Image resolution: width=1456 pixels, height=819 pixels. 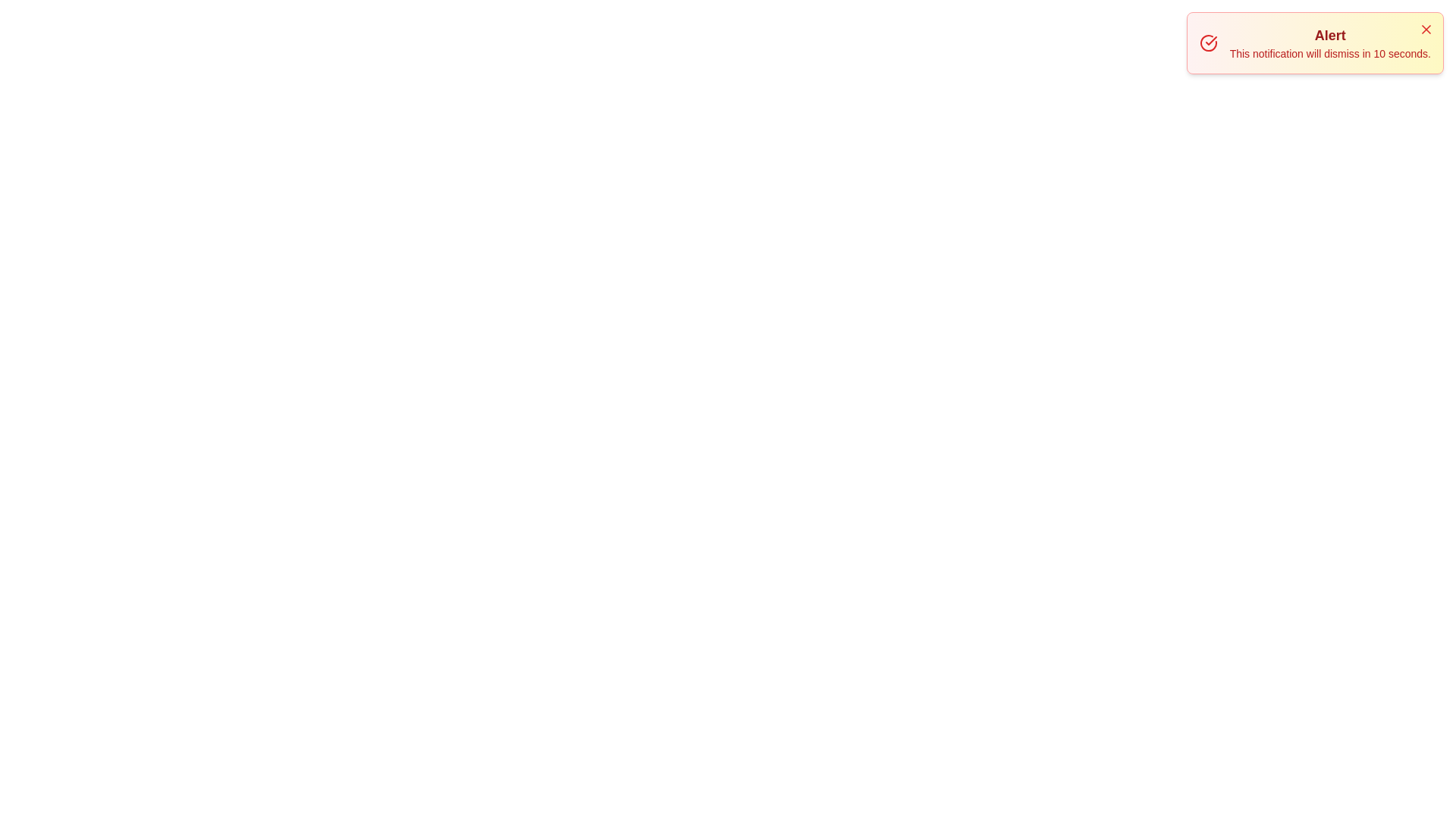 I want to click on the close button to dismiss the notification, so click(x=1426, y=29).